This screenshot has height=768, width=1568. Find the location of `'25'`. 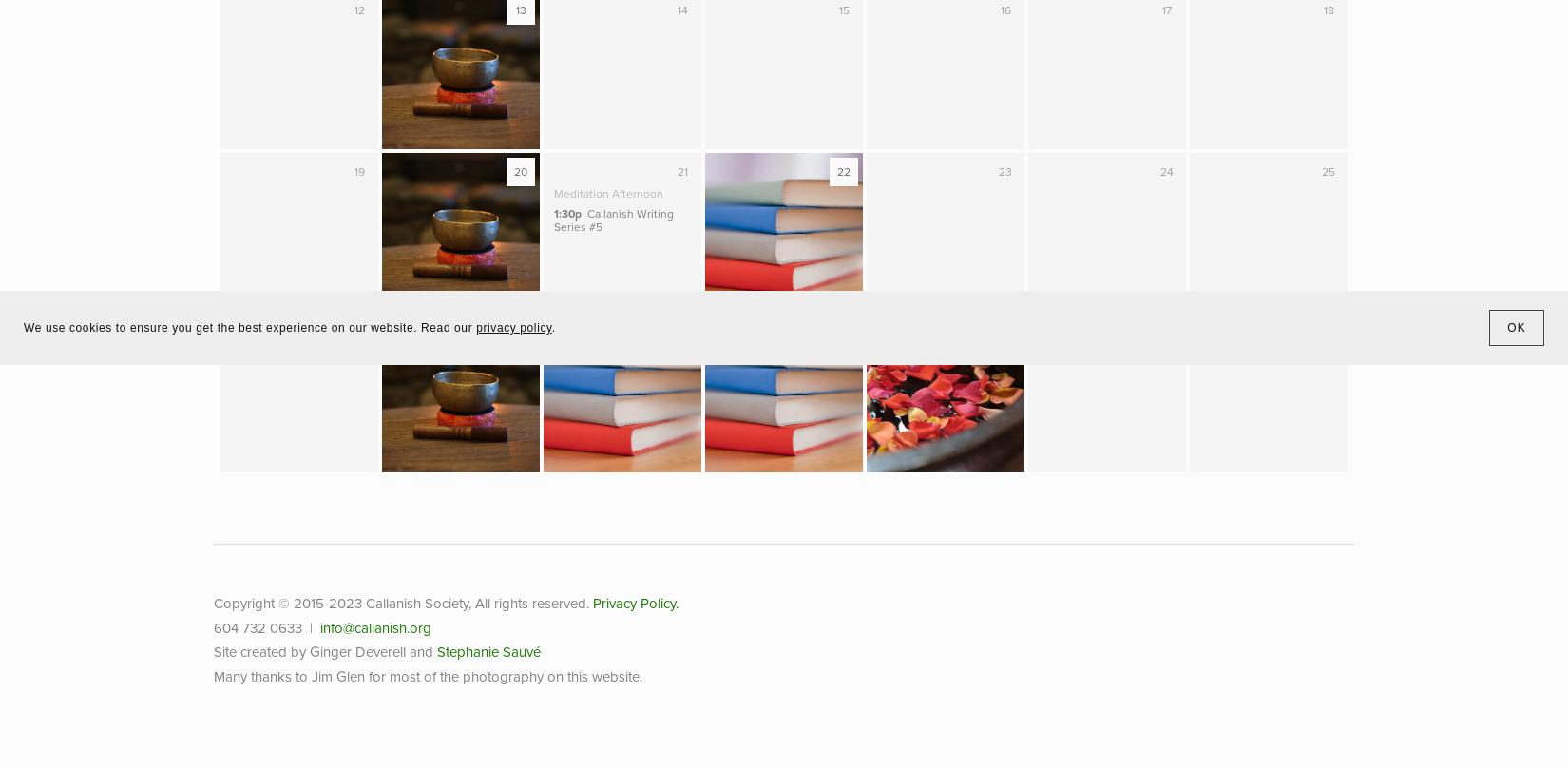

'25' is located at coordinates (1328, 170).